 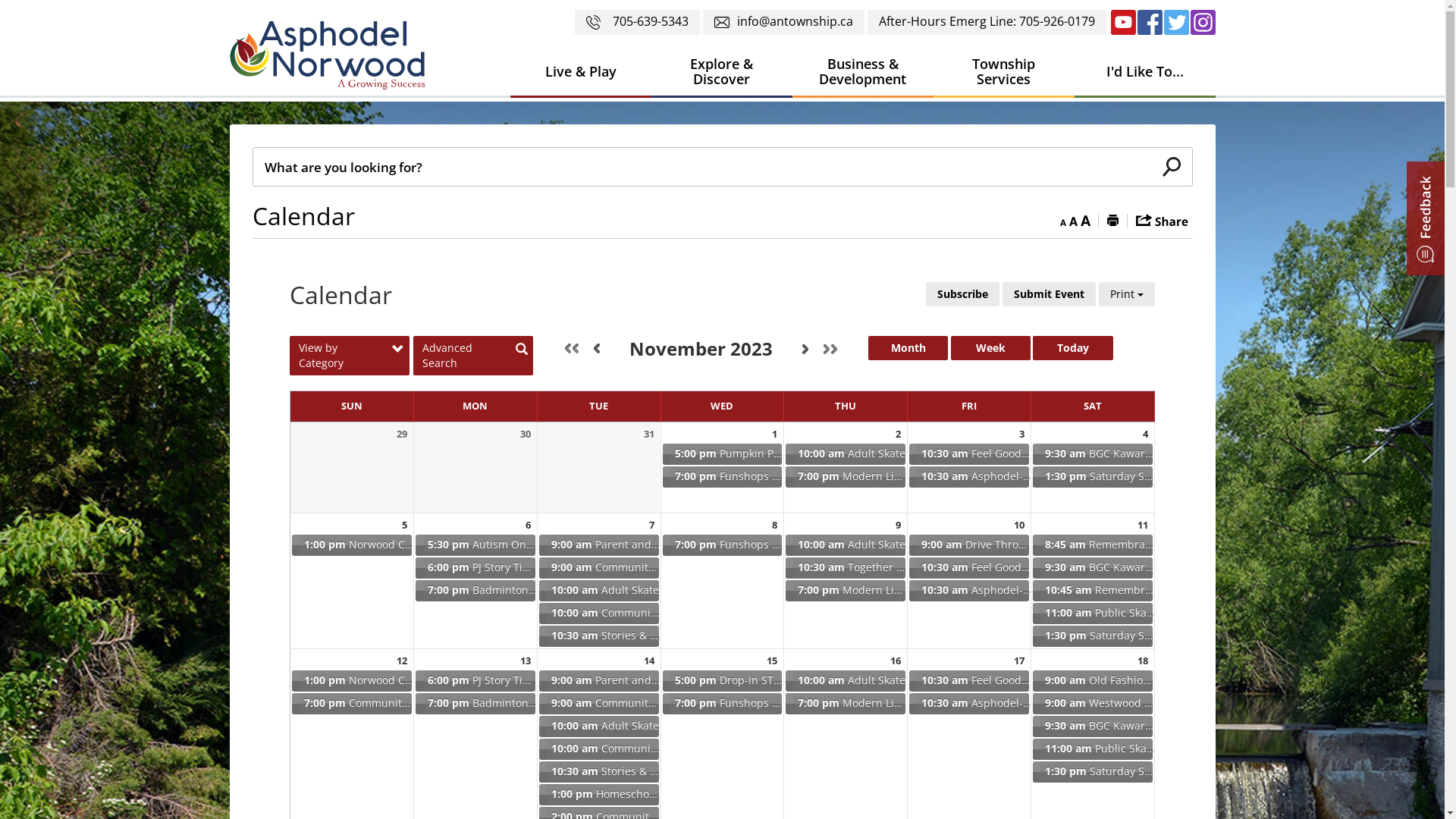 What do you see at coordinates (1112, 219) in the screenshot?
I see `'Print This Page'` at bounding box center [1112, 219].